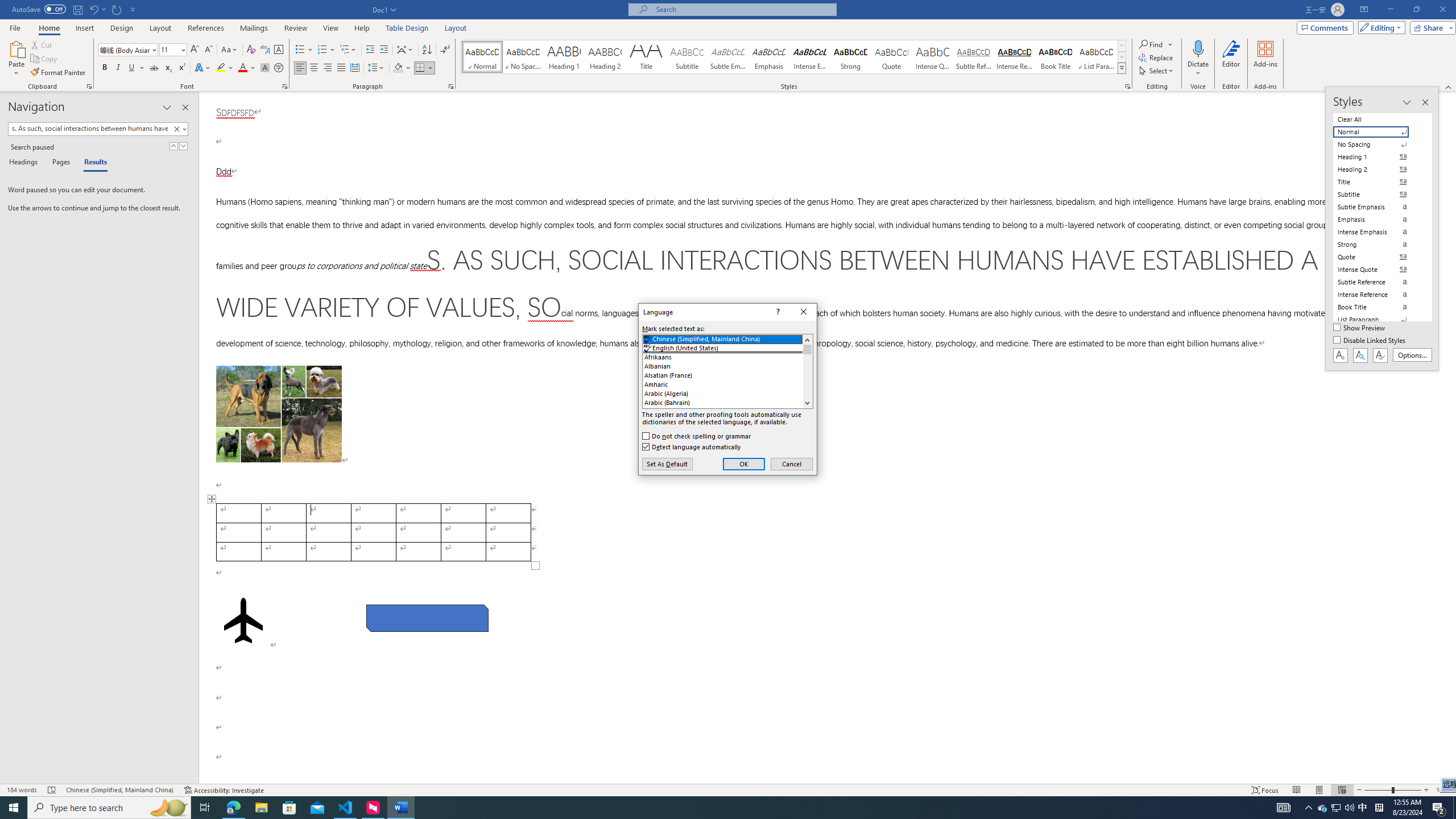  Describe the element at coordinates (697, 435) in the screenshot. I see `'Do not check spelling or grammar'` at that location.